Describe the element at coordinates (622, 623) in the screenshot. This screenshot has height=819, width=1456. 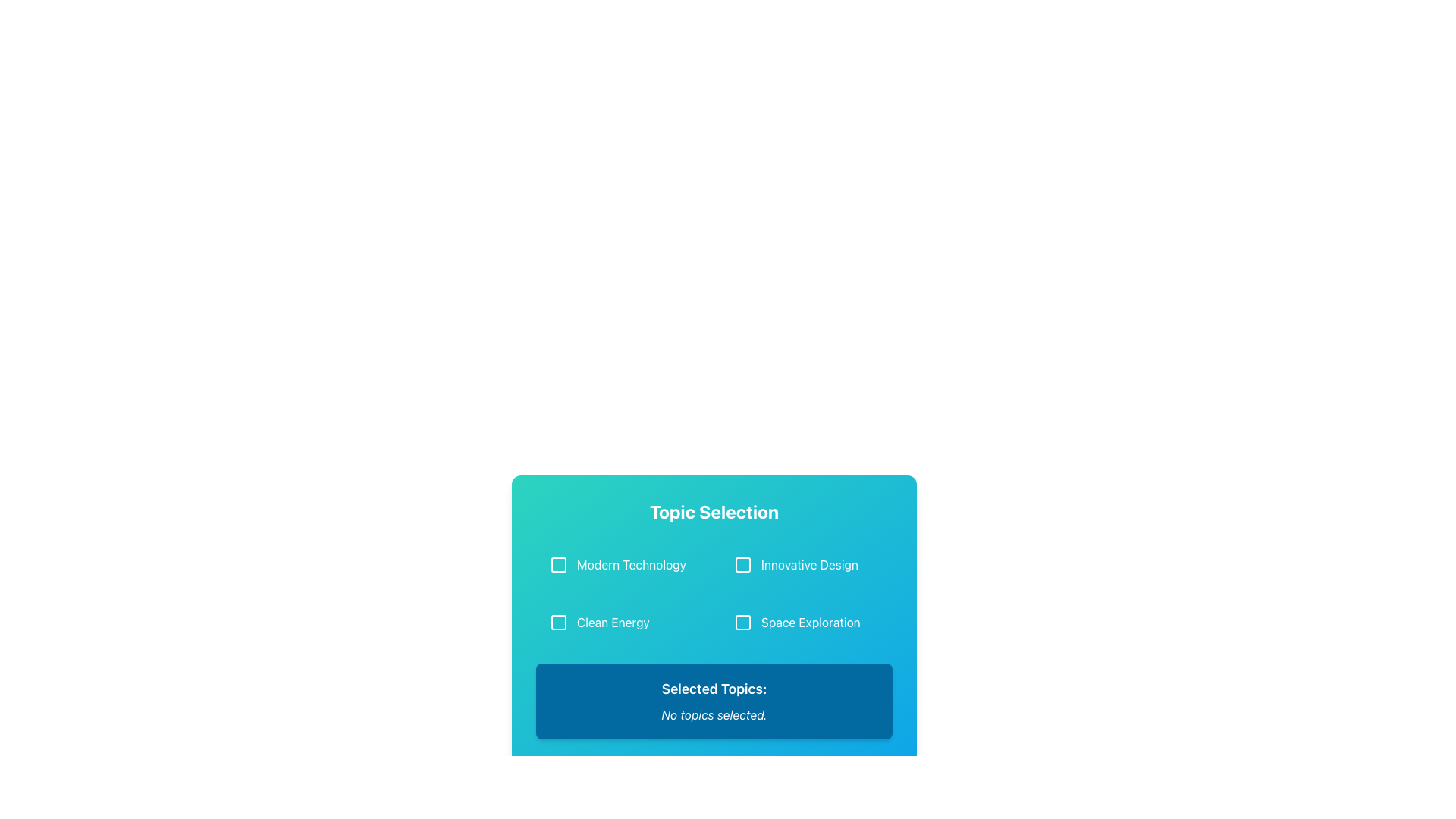
I see `the 'Clean Energy' selectable item located in the lower-left quadrant of the grid layout` at that location.